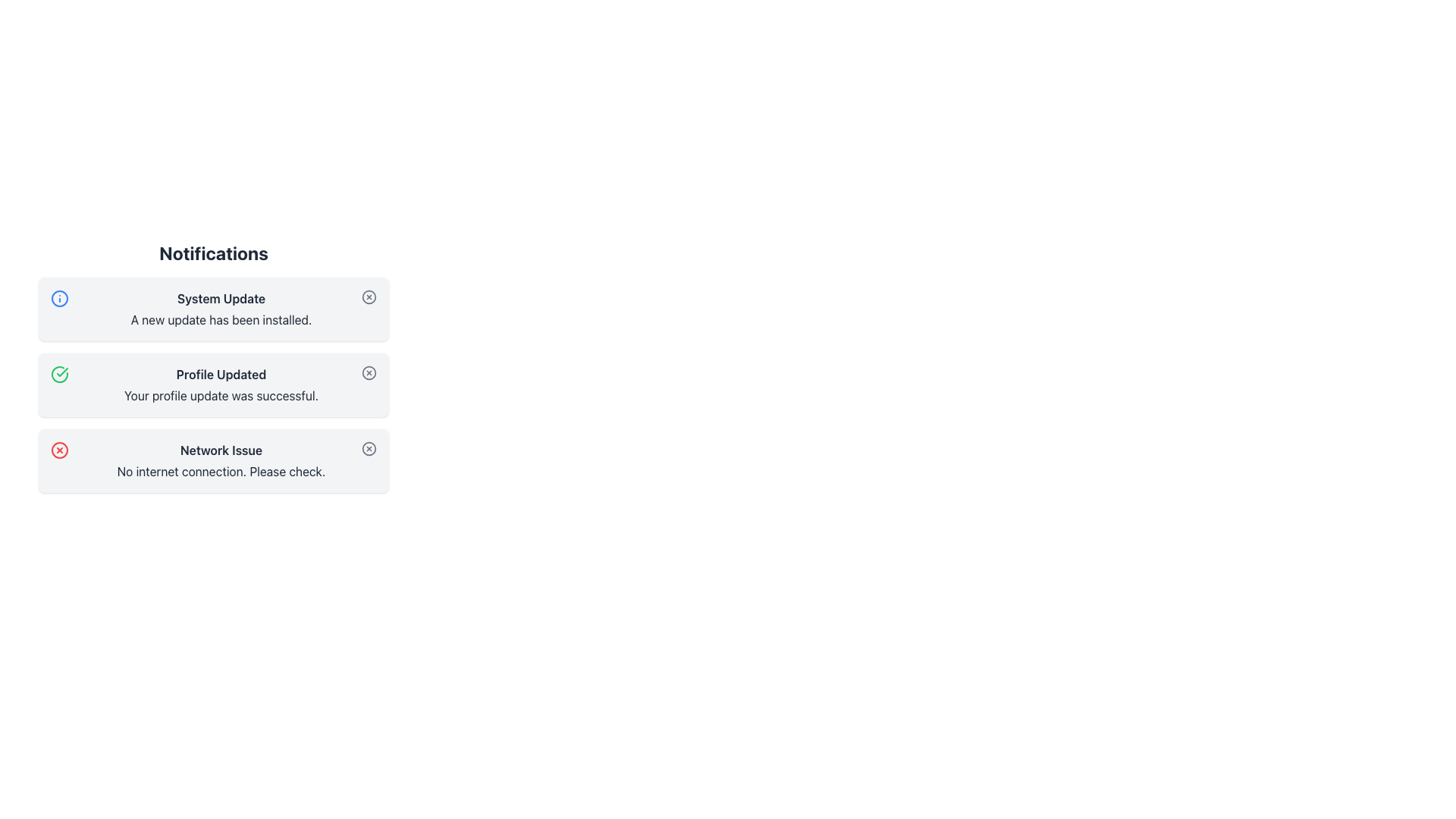 The width and height of the screenshot is (1456, 819). I want to click on static text message that displays 'A new update has been installed.' located beneath the heading 'System Update' in the first notification card, so click(221, 318).